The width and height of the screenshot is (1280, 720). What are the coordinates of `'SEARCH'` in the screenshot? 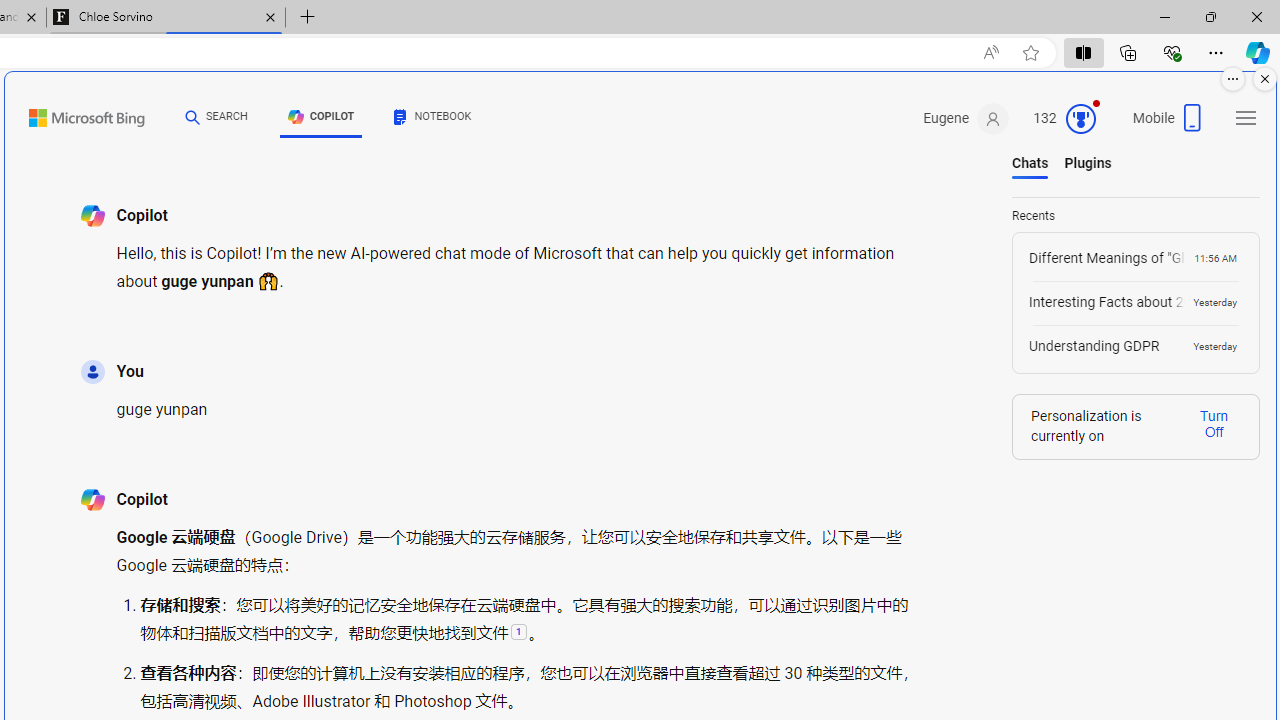 It's located at (216, 117).